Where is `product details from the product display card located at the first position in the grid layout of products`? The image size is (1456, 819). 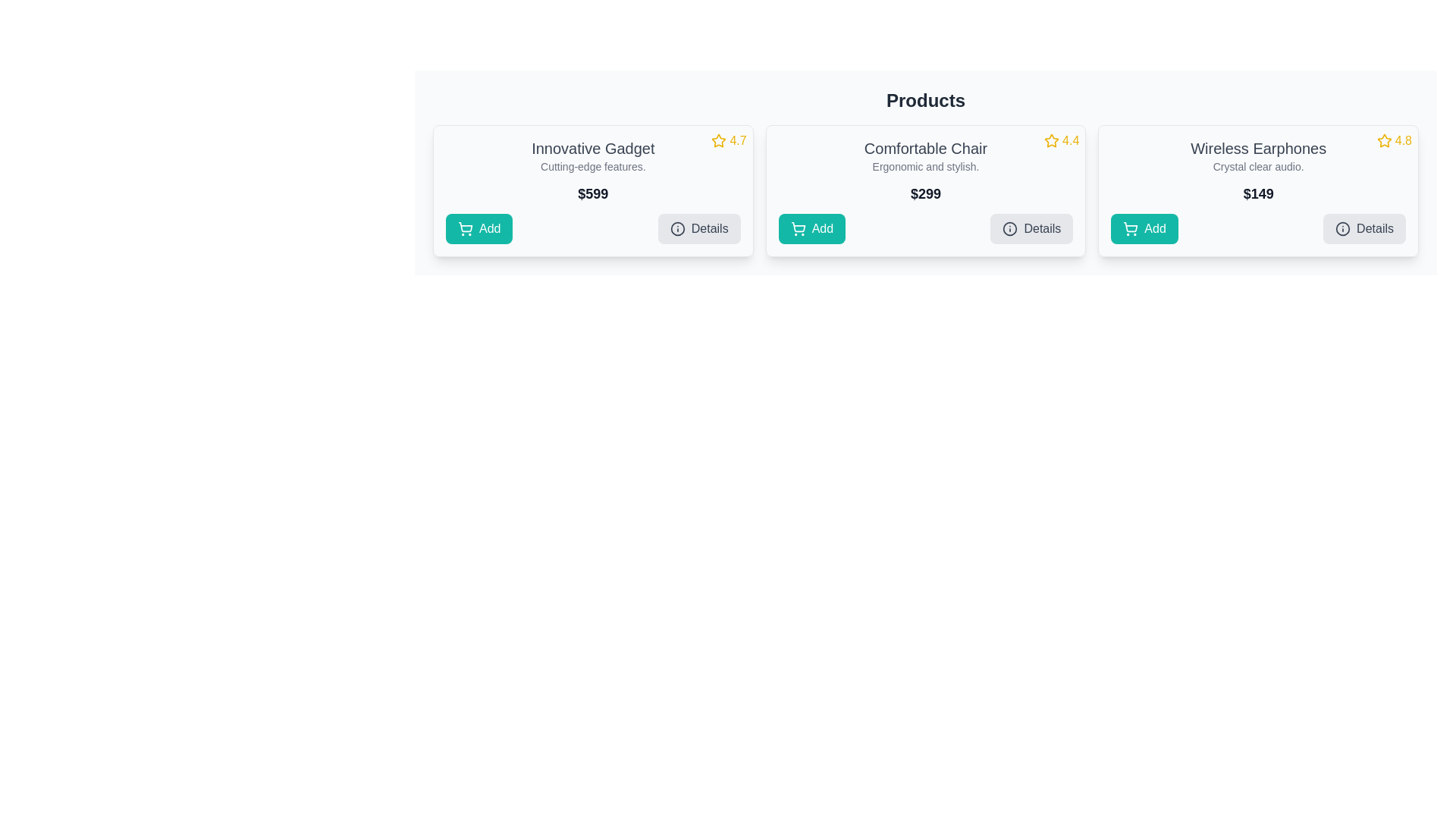
product details from the product display card located at the first position in the grid layout of products is located at coordinates (592, 190).